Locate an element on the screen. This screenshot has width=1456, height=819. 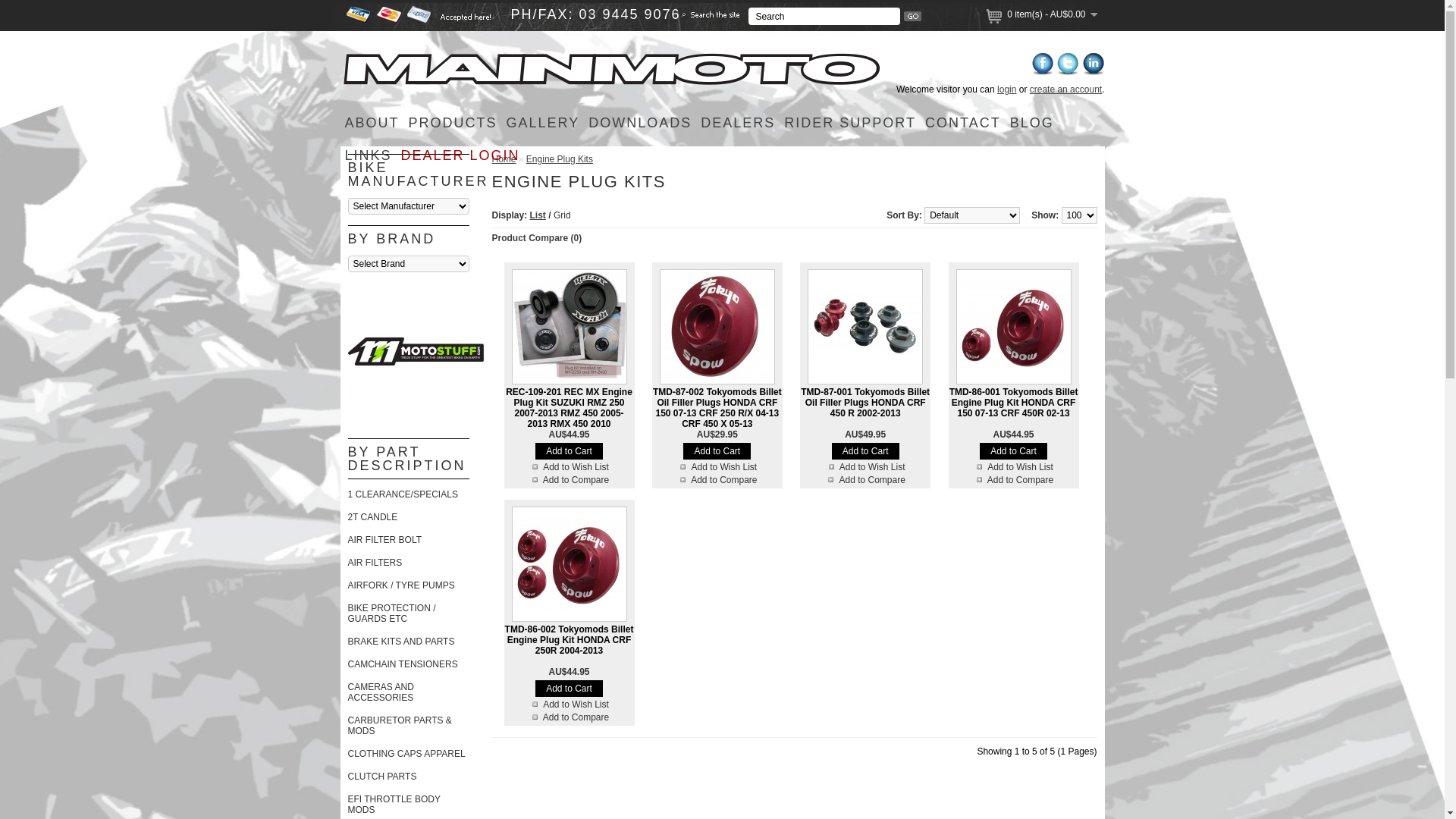
'DEALERS' is located at coordinates (738, 122).